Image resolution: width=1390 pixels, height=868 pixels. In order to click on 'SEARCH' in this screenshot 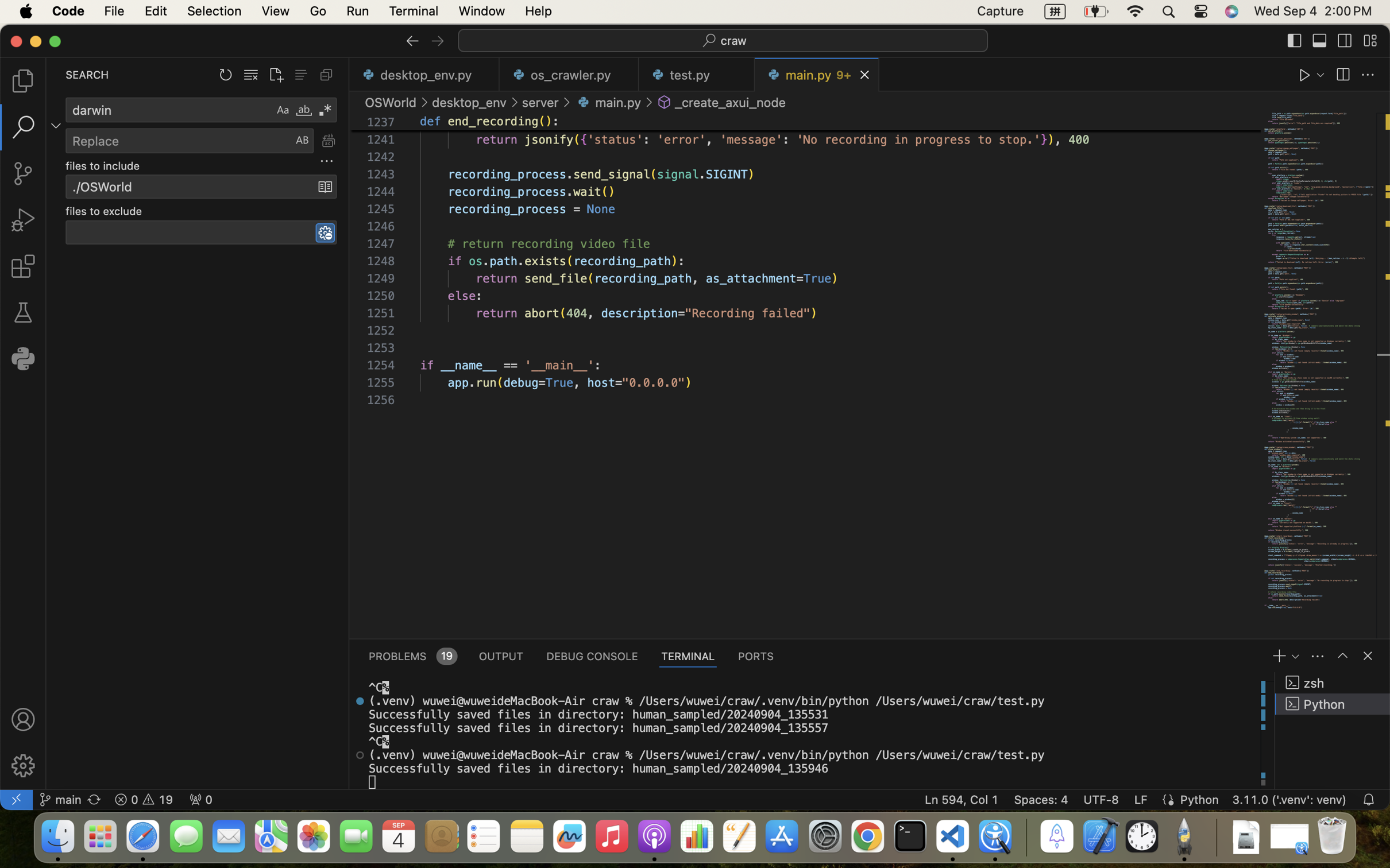, I will do `click(86, 74)`.